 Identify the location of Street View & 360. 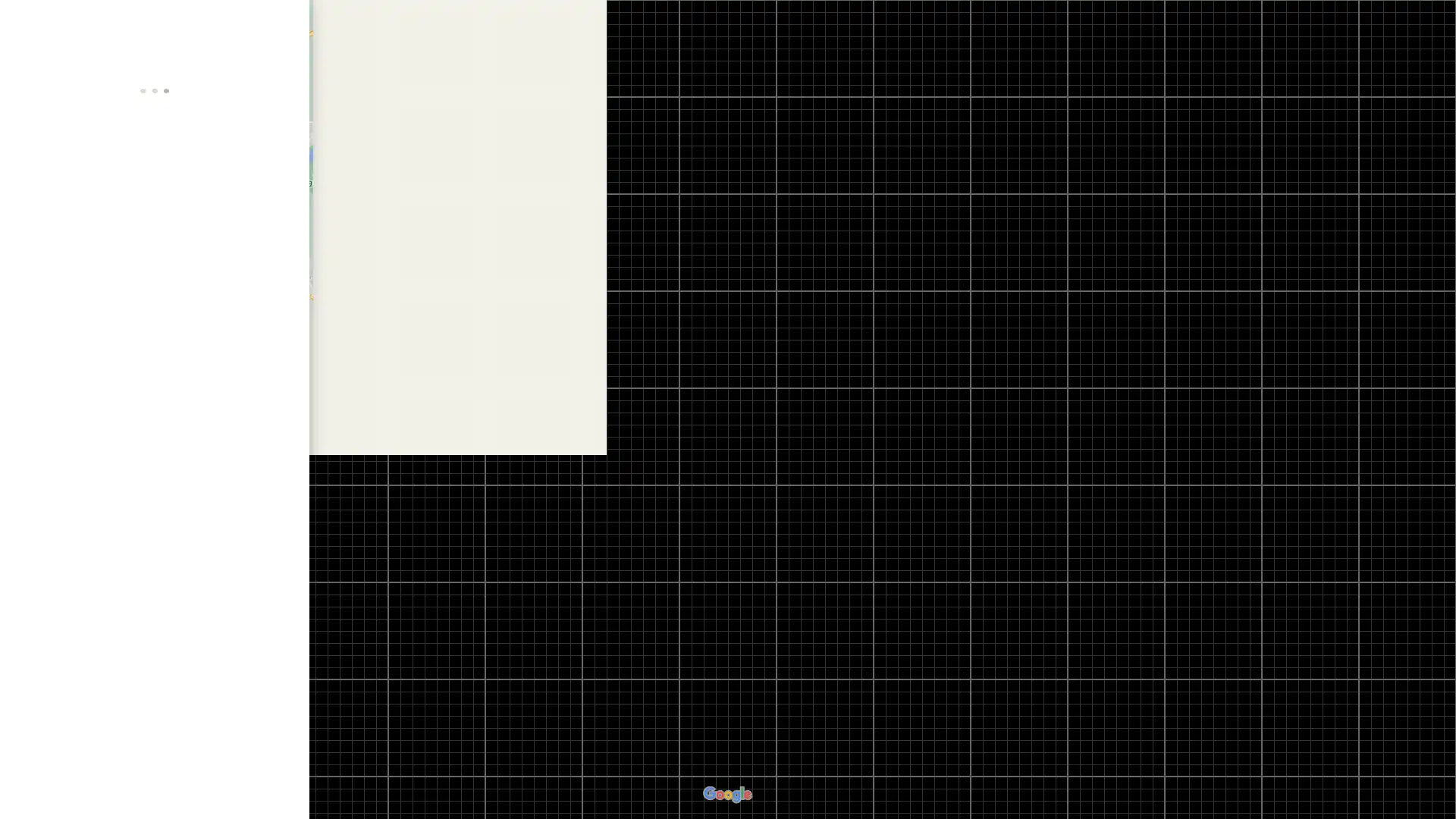
(152, 742).